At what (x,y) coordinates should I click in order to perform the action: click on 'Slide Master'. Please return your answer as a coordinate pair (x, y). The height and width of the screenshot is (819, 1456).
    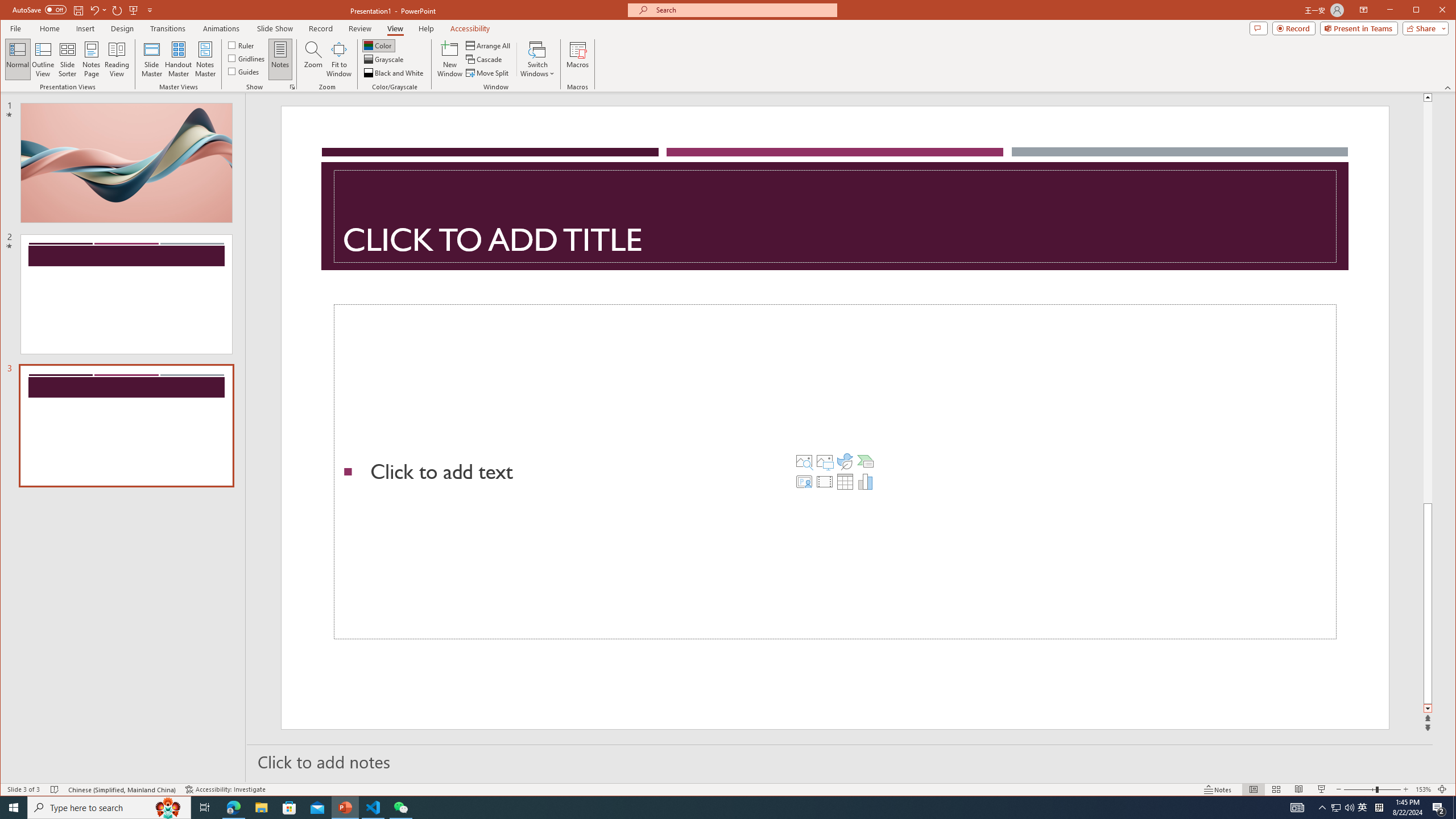
    Looking at the image, I should click on (151, 59).